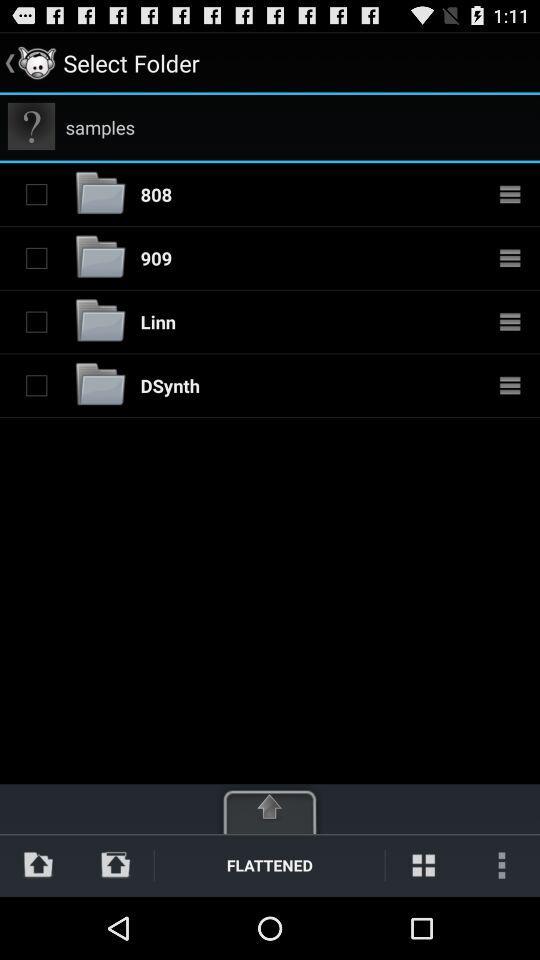  I want to click on options, so click(510, 384).